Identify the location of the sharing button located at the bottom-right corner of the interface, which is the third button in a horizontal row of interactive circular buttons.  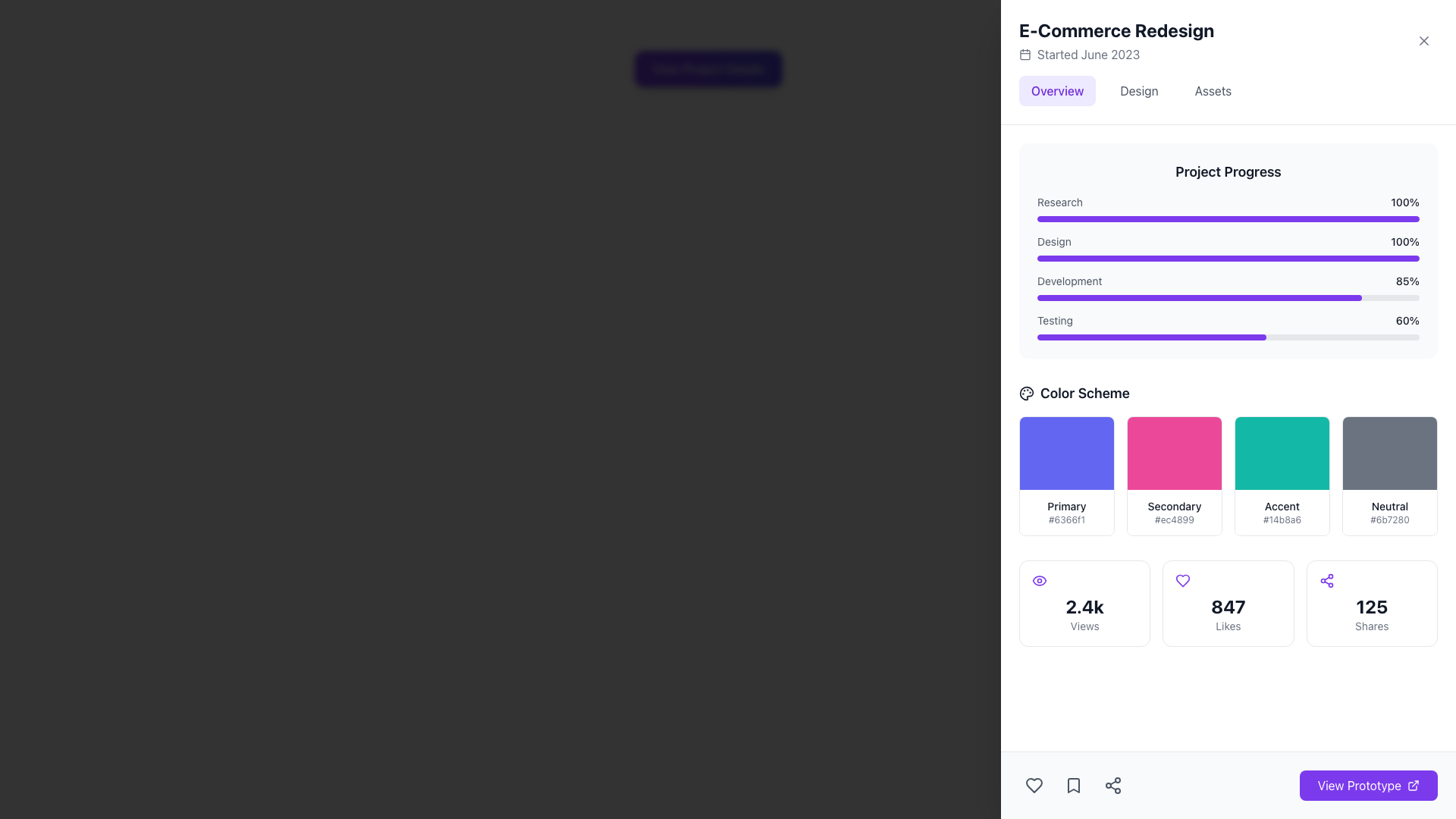
(1113, 785).